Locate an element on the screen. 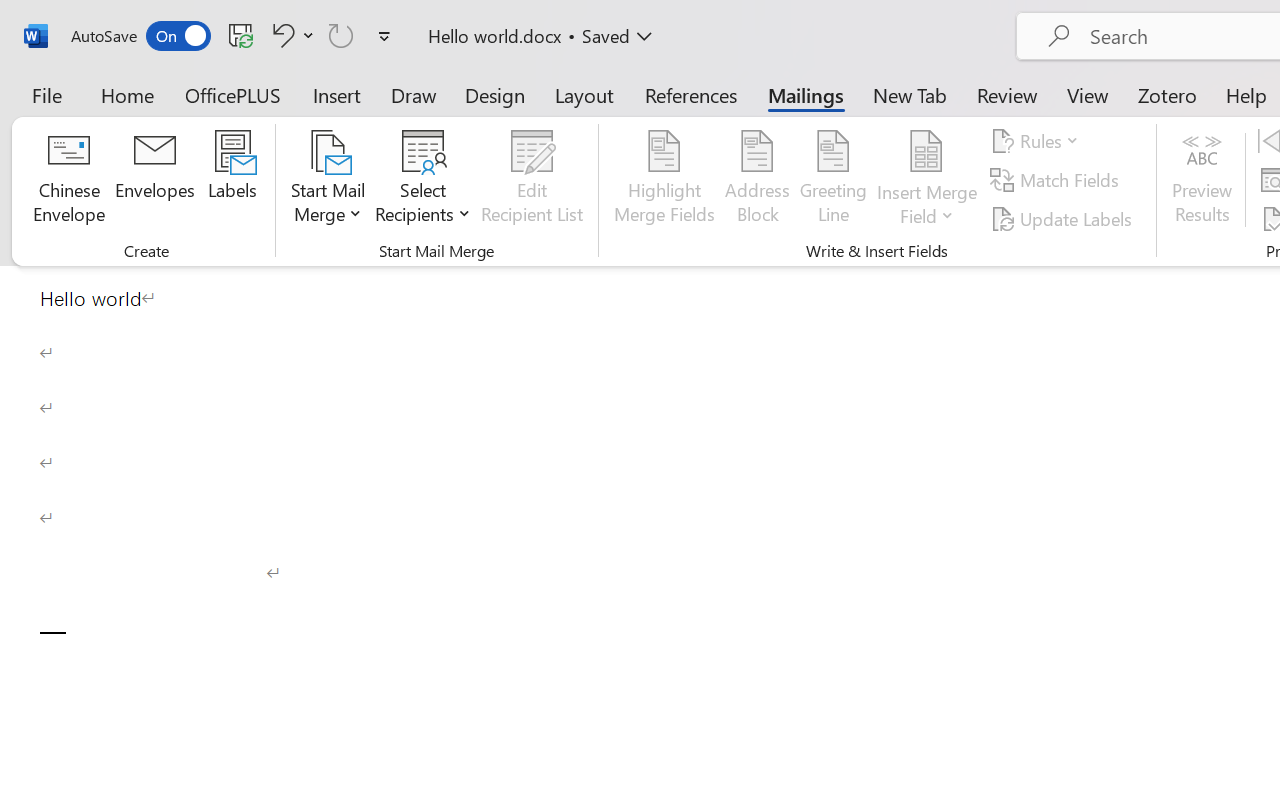 This screenshot has width=1280, height=800. 'Match Fields...' is located at coordinates (1056, 179).